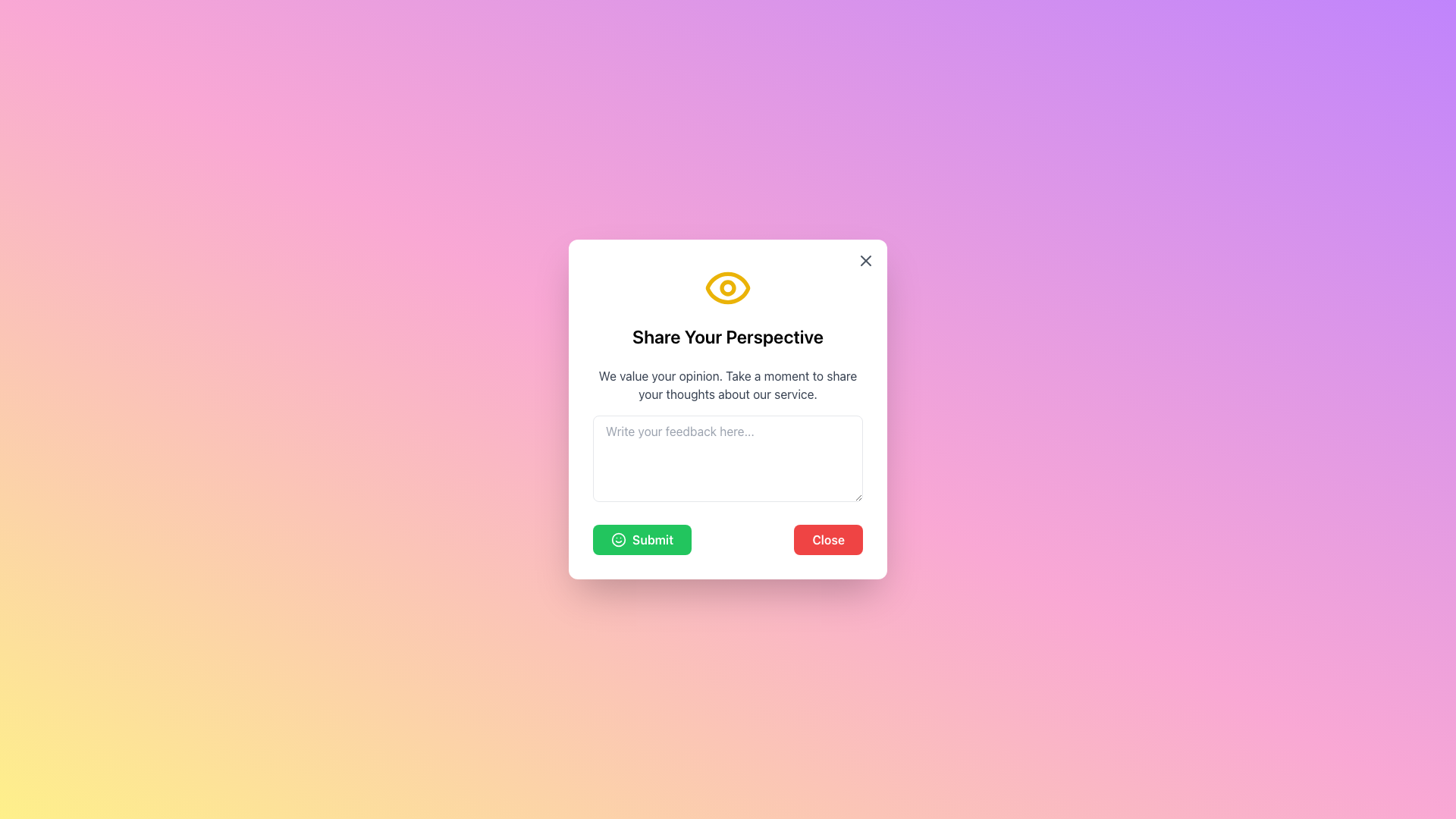 The width and height of the screenshot is (1456, 819). What do you see at coordinates (637, 543) in the screenshot?
I see `the Submit Button located at the bottom-left of the modal dialog` at bounding box center [637, 543].